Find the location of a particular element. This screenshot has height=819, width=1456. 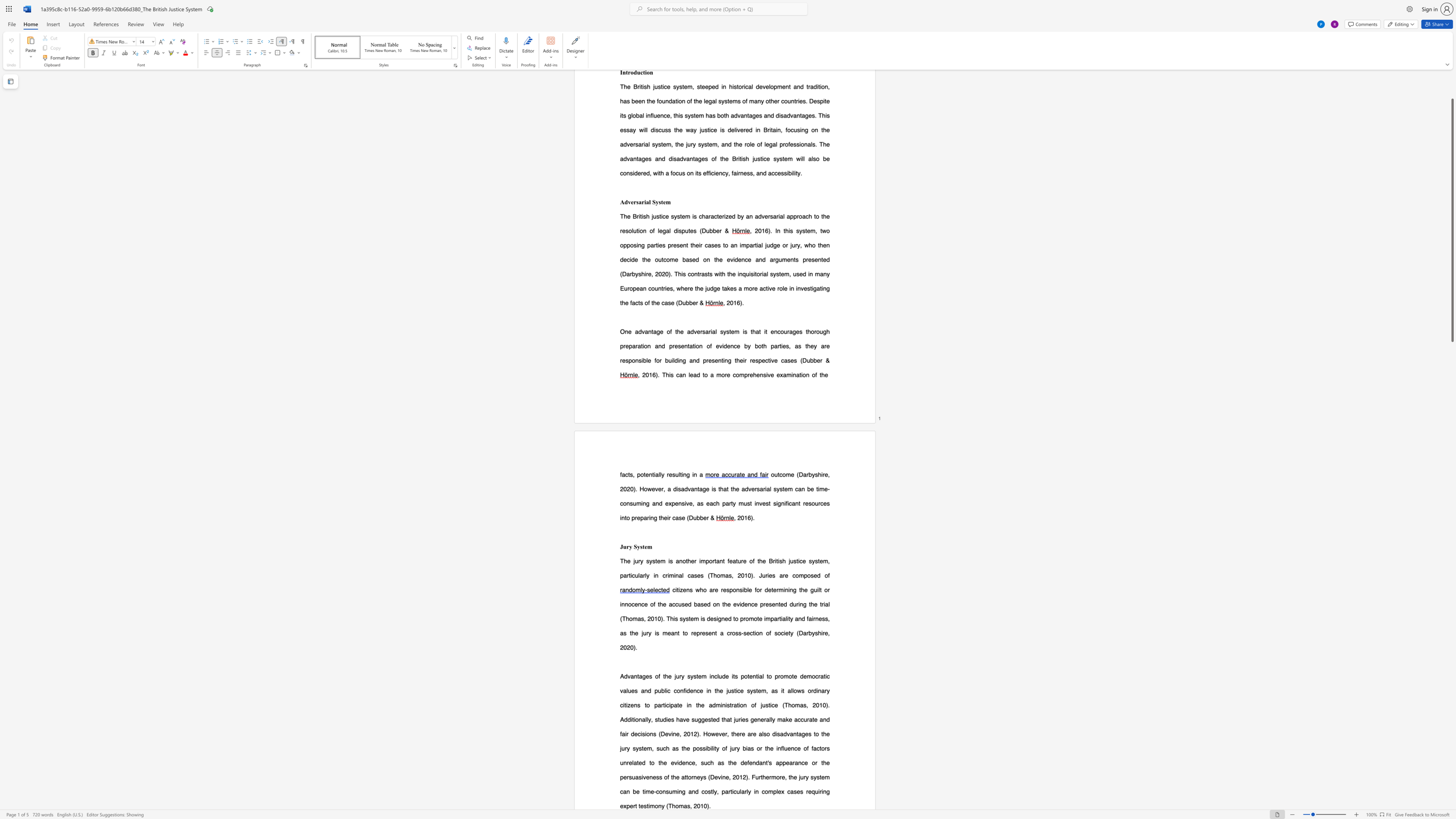

the subset text "larly in complex cases requiring expert testimony (Thomas, 20" within the text "and fair decisions (Devine, 2012). However, there are also disadvantages to the jury system, such as the possibility of jury bias or the influence of factors unrelated to the evidence, such as the defendant" is located at coordinates (739, 791).